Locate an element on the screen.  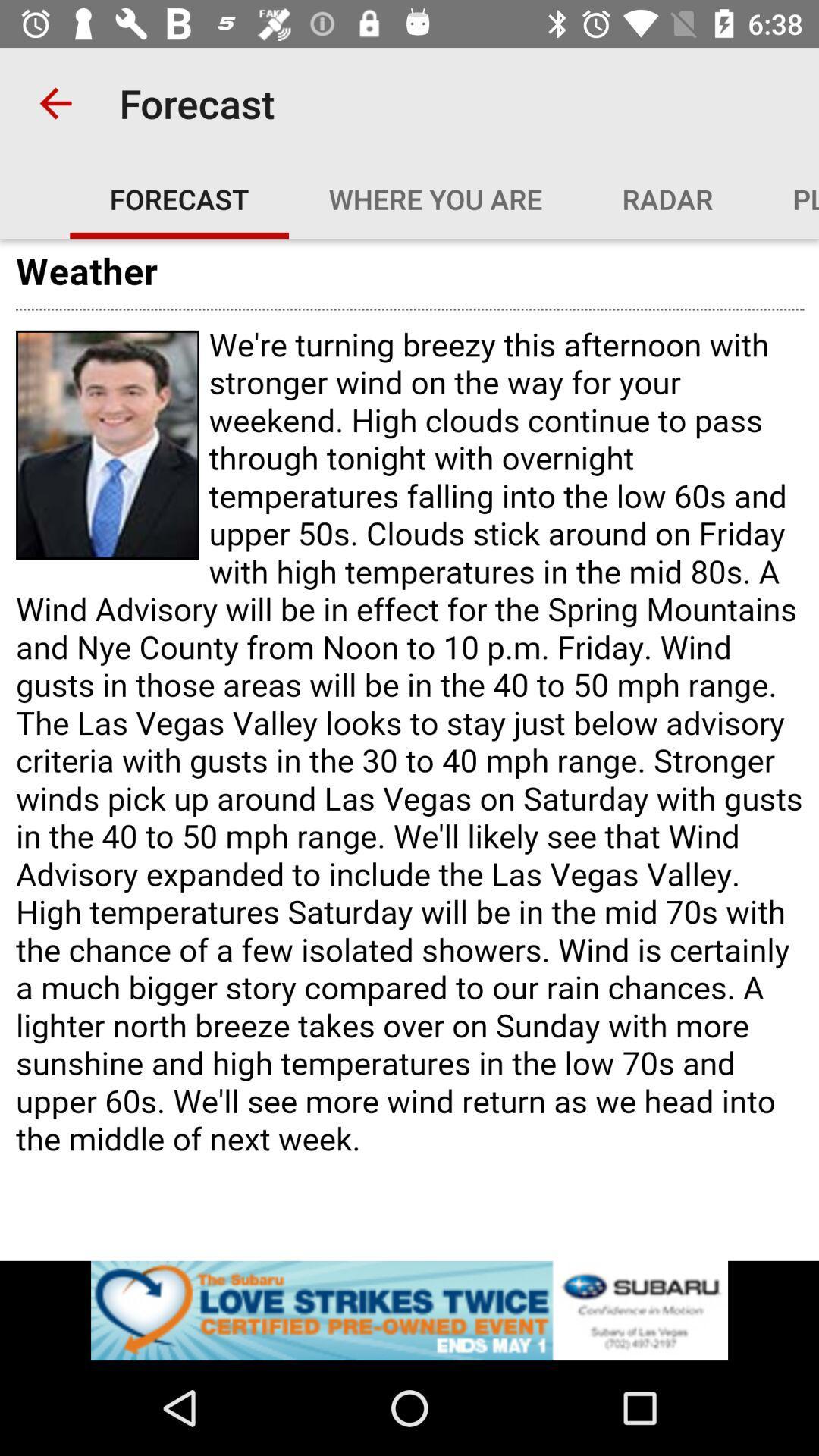
open advertisement for subaru is located at coordinates (409, 1310).